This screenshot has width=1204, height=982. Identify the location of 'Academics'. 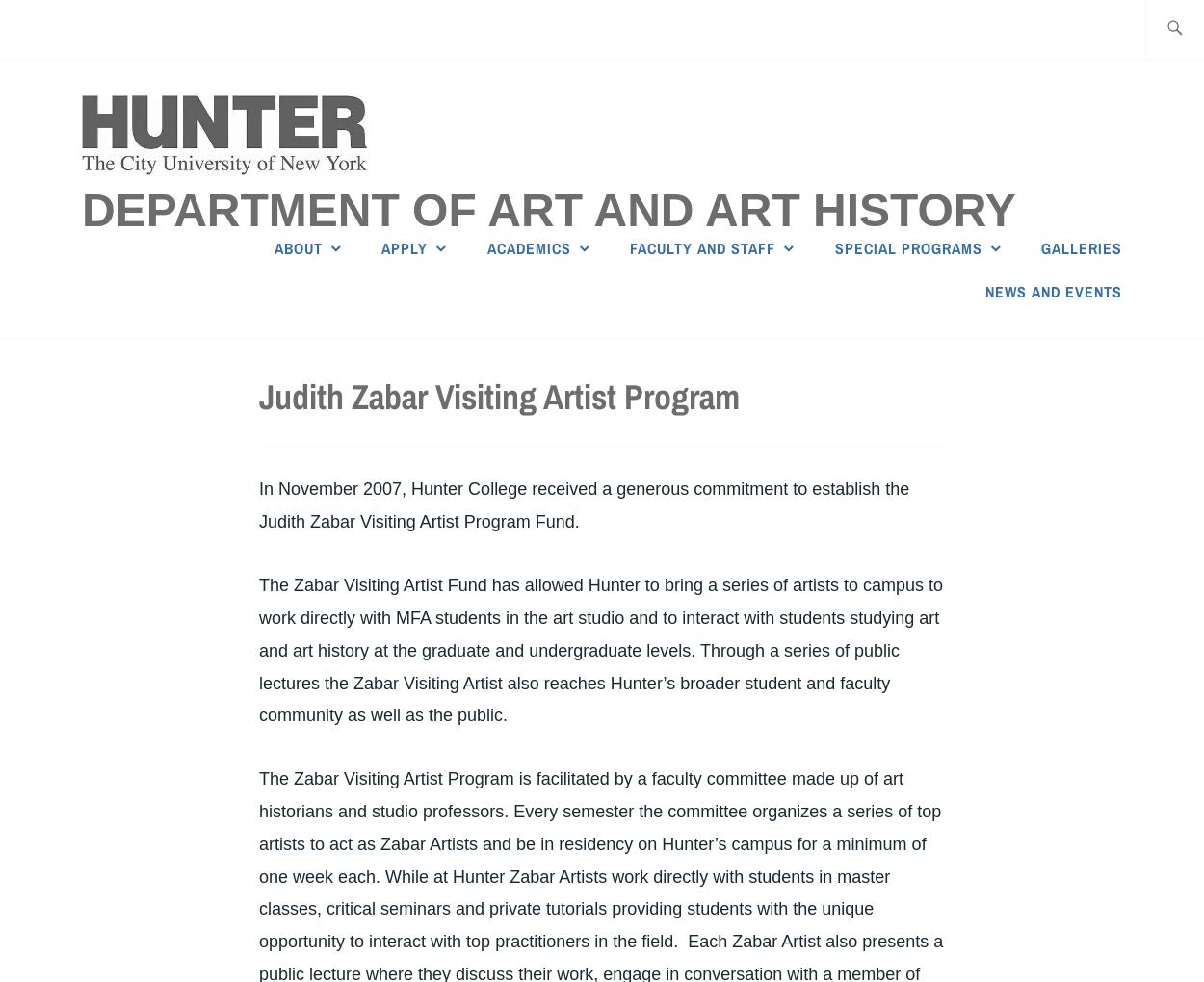
(528, 246).